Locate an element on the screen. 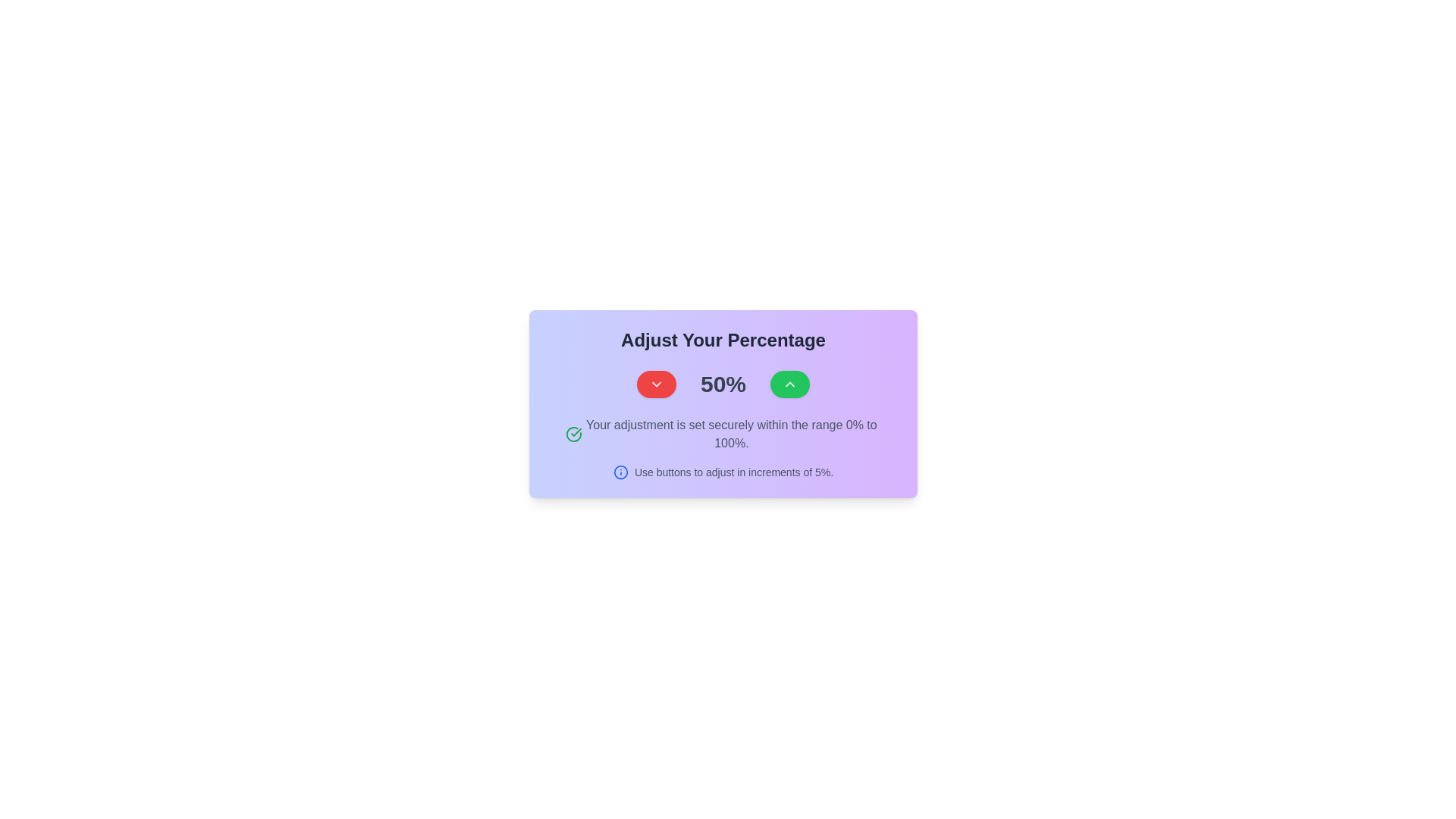 The width and height of the screenshot is (1456, 819). the static text label displaying the message 'Your adjustment is set securely within the range 0% to 100%.' which is styled in gray and located beneath the numeric display and adjustment buttons is located at coordinates (731, 435).